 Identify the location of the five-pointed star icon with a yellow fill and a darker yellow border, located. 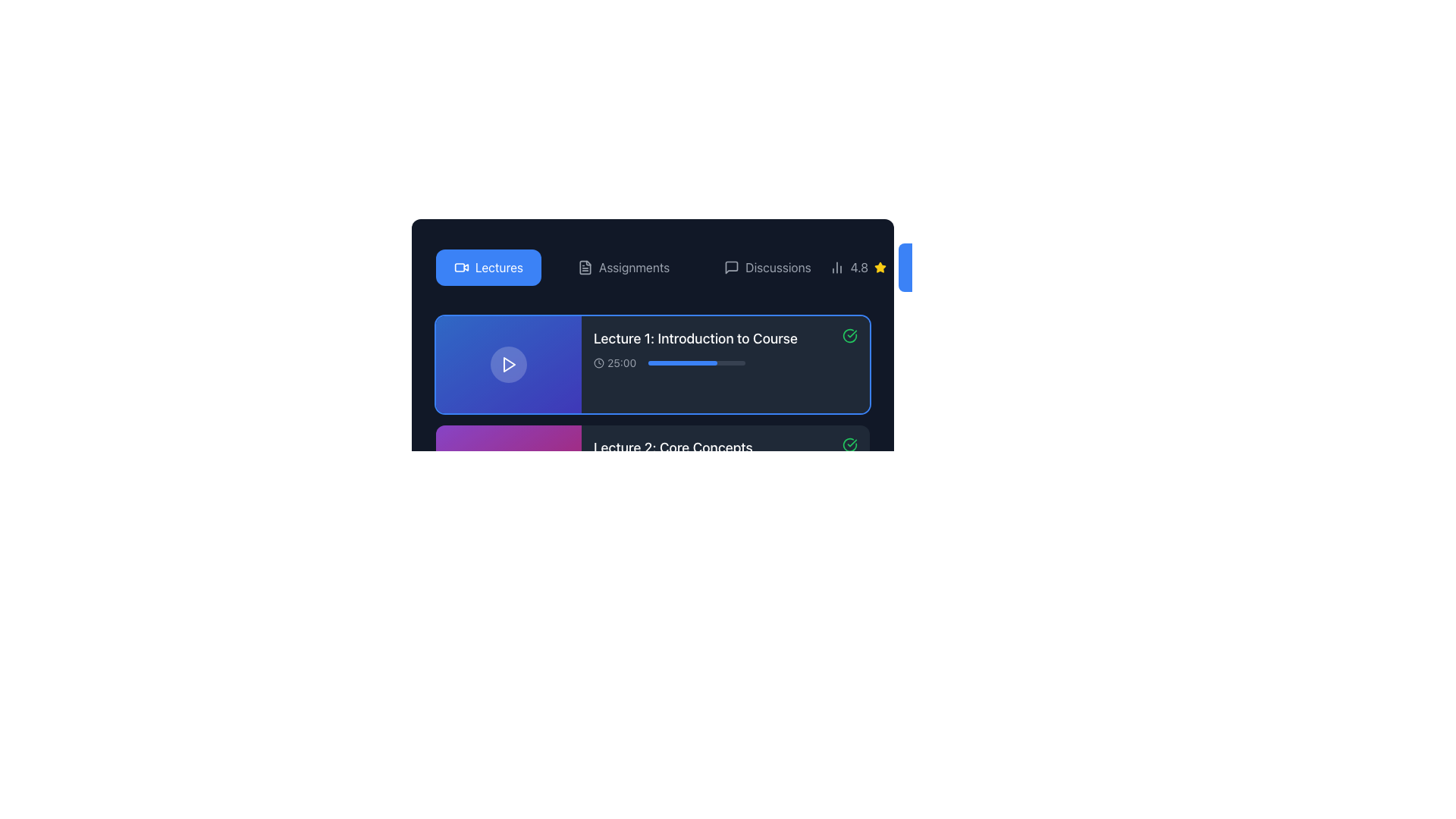
(880, 265).